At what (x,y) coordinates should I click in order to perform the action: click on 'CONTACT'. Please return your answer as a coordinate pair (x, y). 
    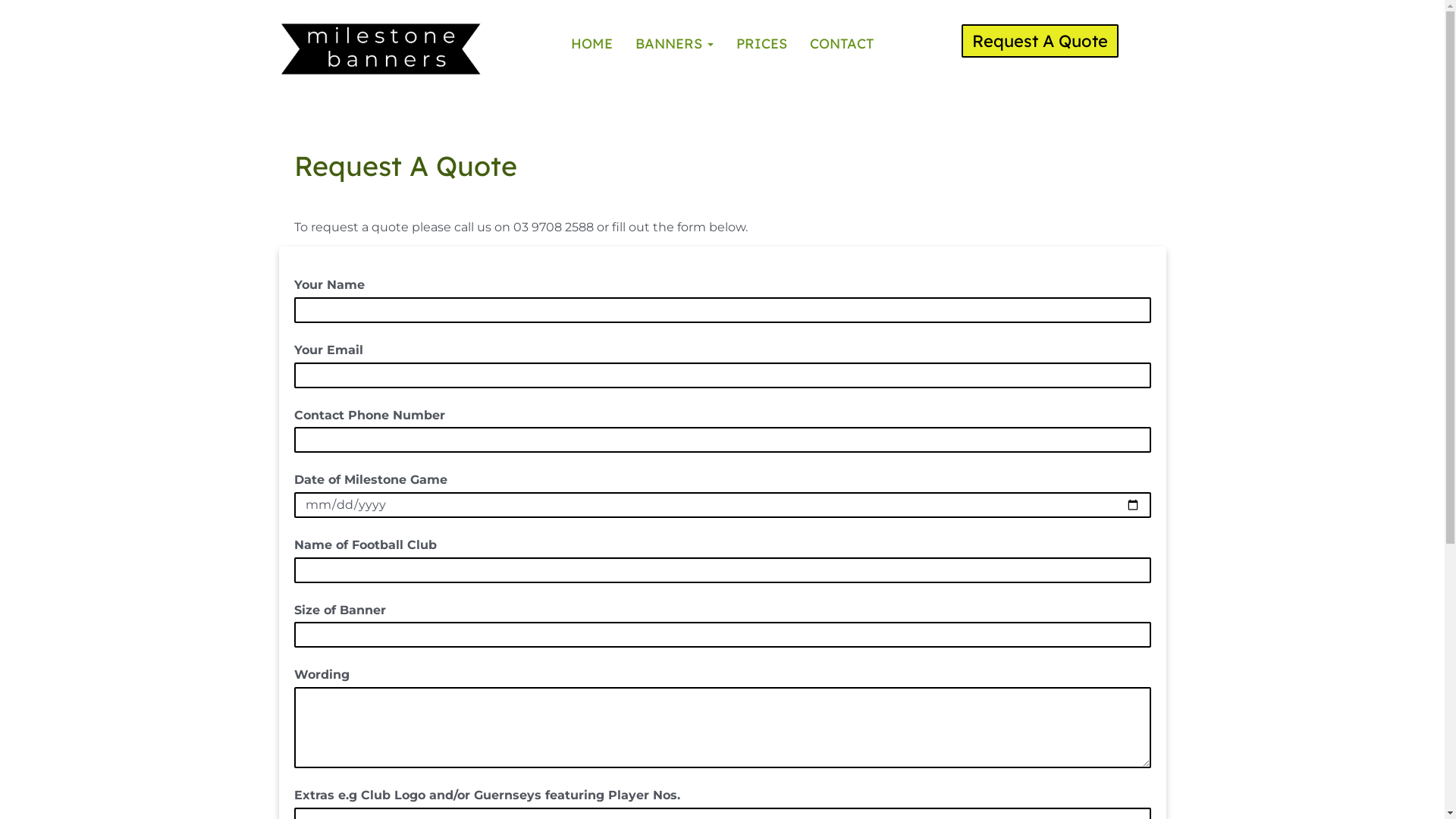
    Looking at the image, I should click on (840, 42).